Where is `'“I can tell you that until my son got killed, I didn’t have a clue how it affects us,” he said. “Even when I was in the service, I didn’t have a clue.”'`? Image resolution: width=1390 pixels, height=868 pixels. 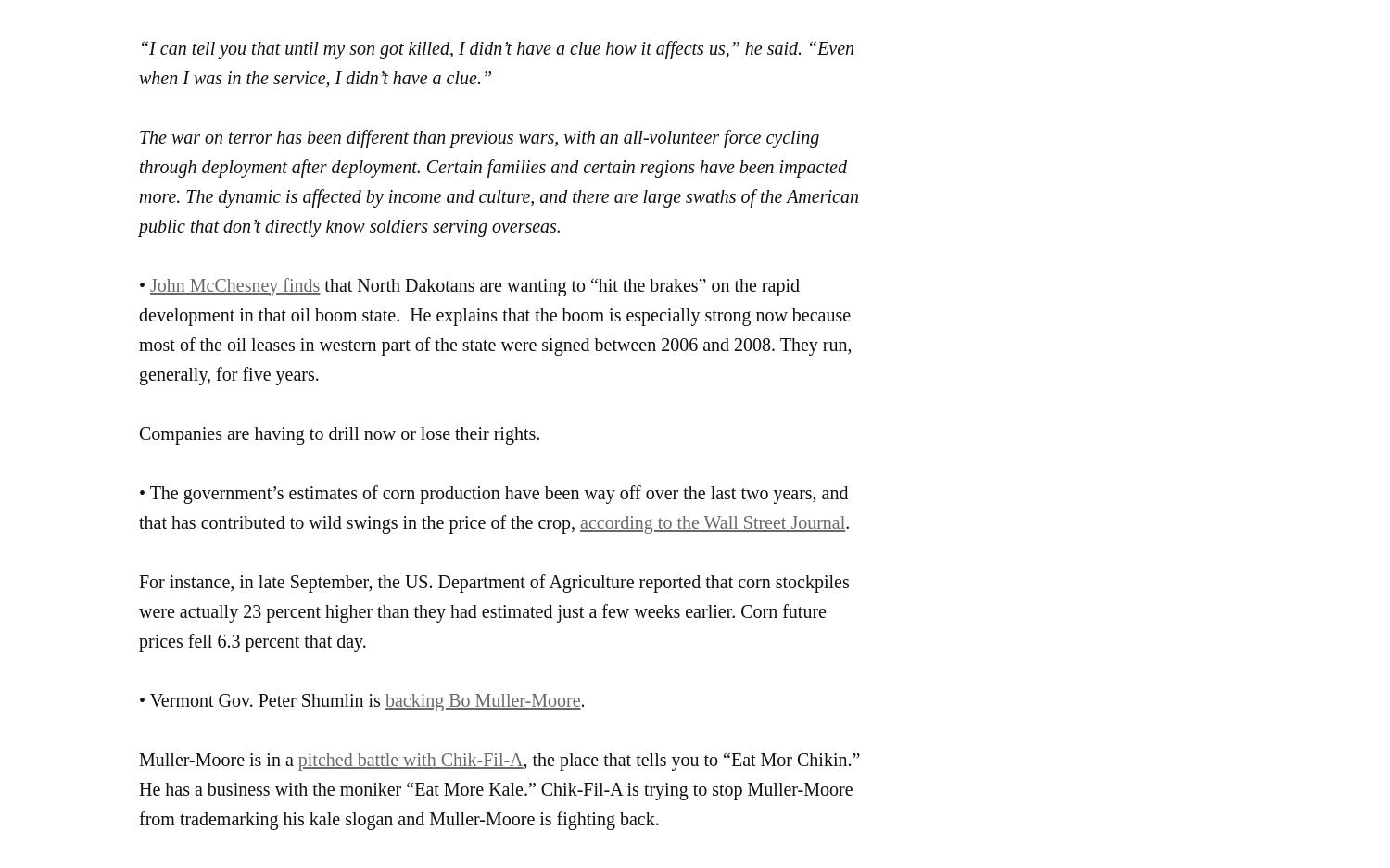 '“I can tell you that until my son got killed, I didn’t have a clue how it affects us,” he said. “Even when I was in the service, I didn’t have a clue.”' is located at coordinates (496, 61).